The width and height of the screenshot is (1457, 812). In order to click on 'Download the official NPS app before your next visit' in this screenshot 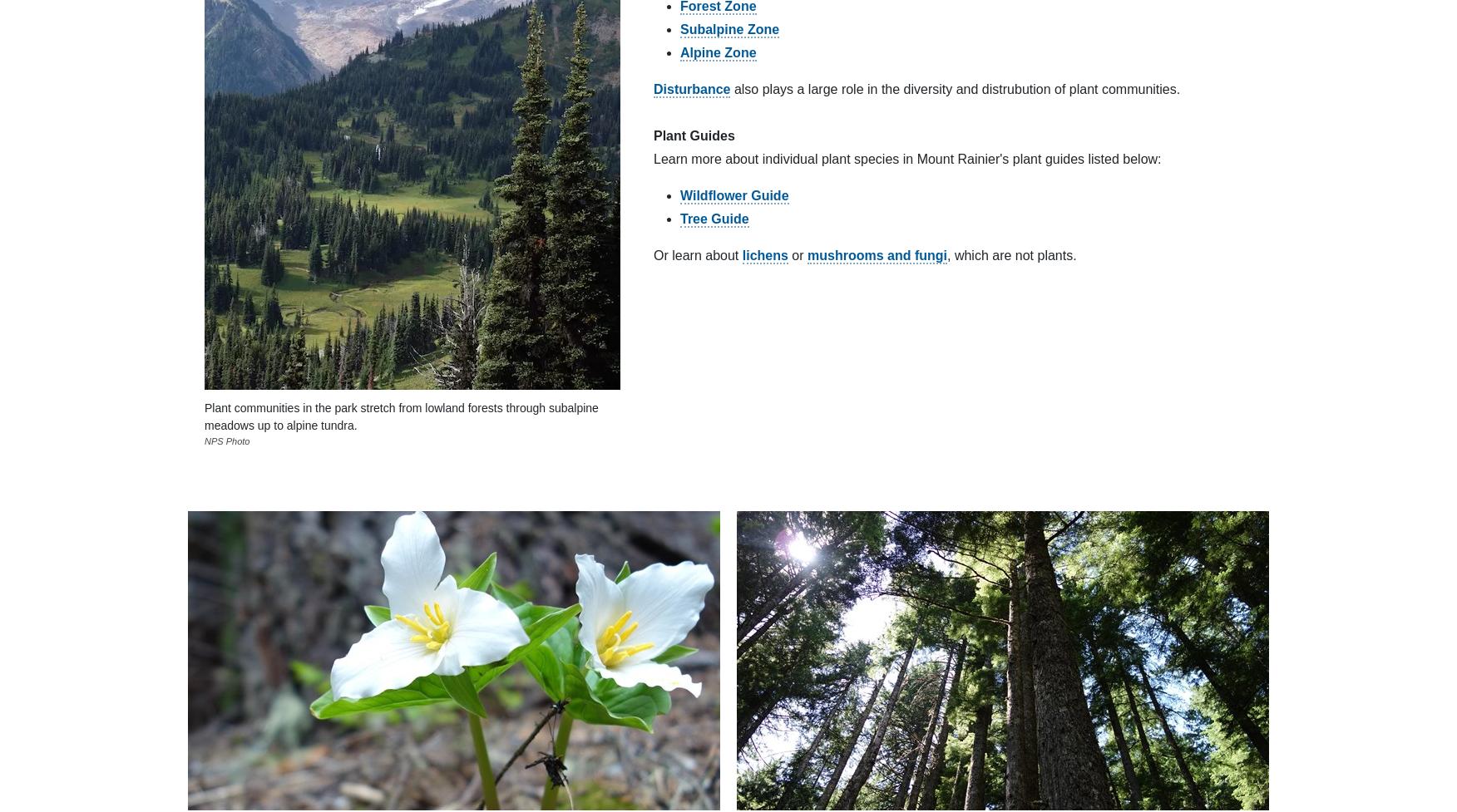, I will do `click(592, 638)`.